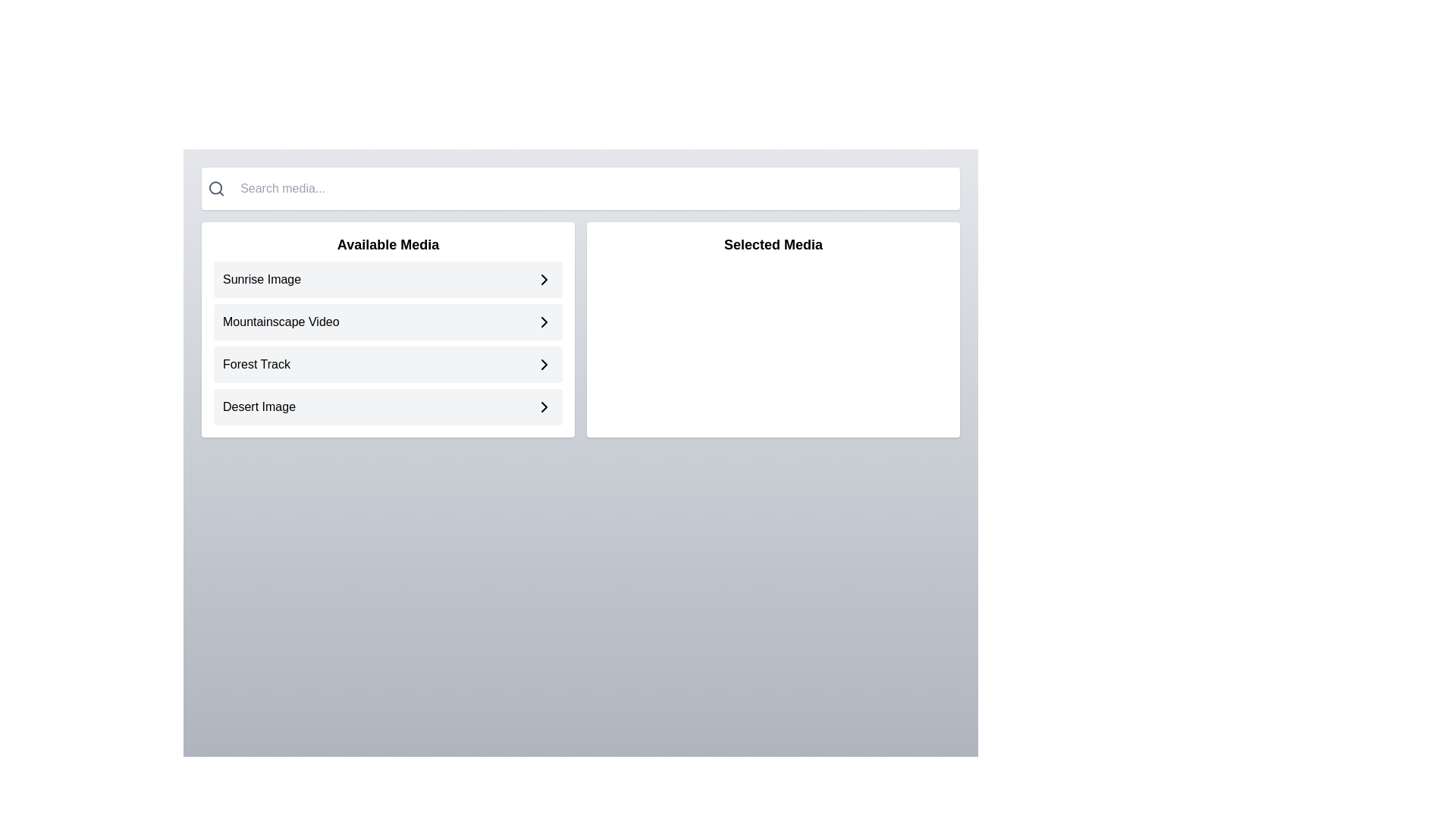 The height and width of the screenshot is (819, 1456). What do you see at coordinates (281, 321) in the screenshot?
I see `the bold text label reading 'Mountainscape Video' located in the second row under the 'Available Media' section, which is part of a list item with a light gray background` at bounding box center [281, 321].